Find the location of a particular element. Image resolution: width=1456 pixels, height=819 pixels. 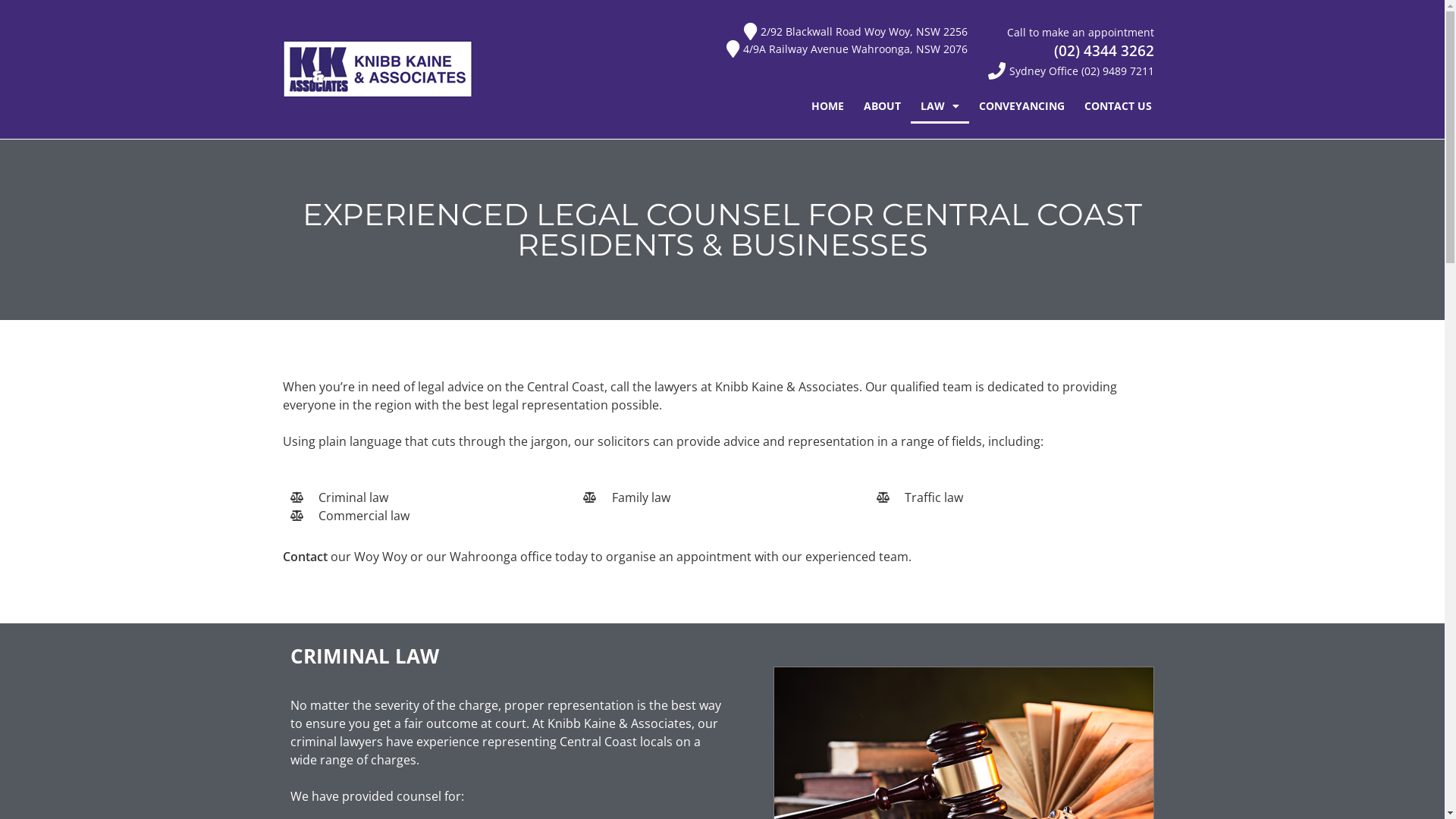

'LAW' is located at coordinates (939, 105).